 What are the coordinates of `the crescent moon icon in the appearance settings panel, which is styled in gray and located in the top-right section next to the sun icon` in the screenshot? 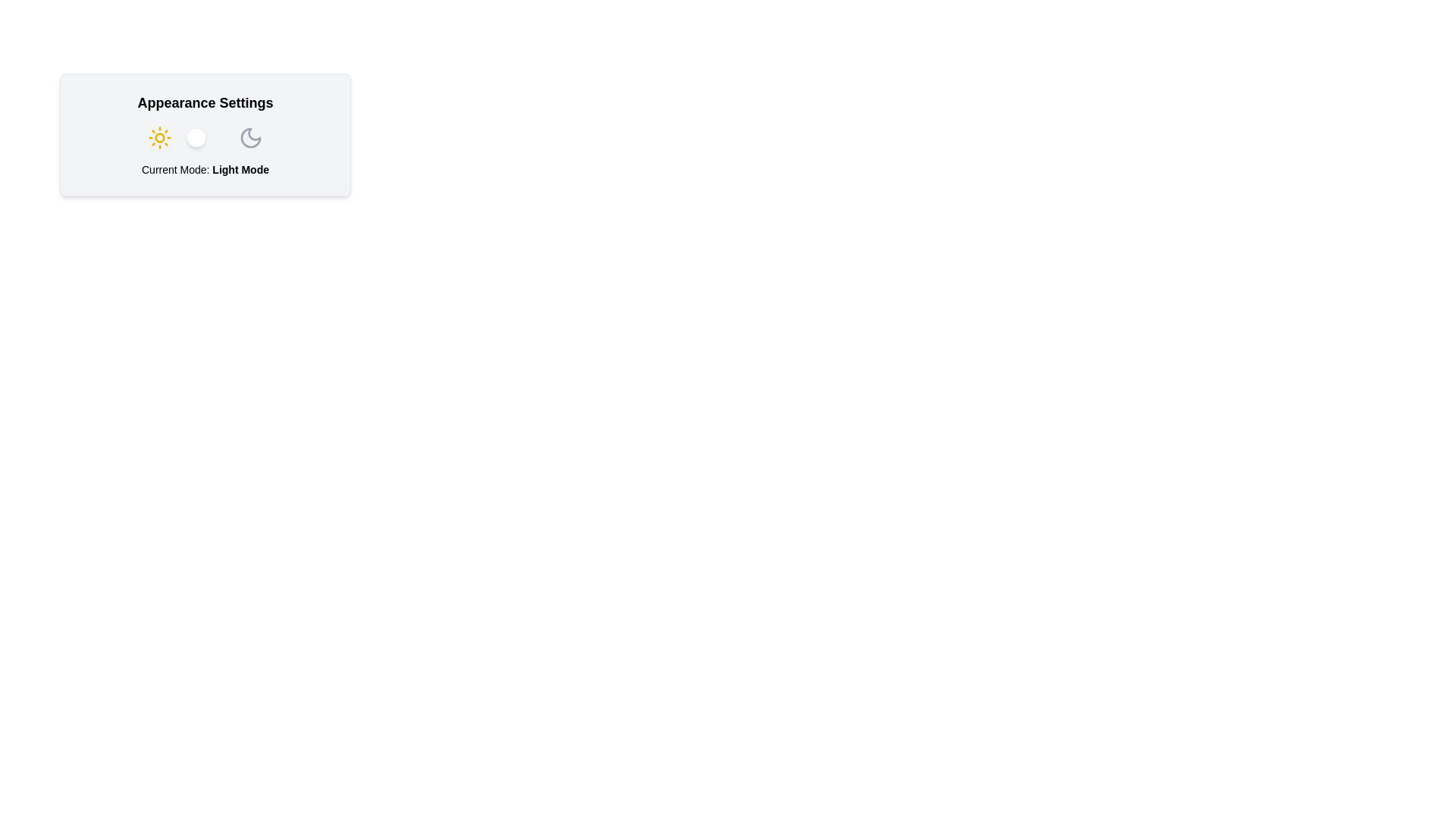 It's located at (251, 137).